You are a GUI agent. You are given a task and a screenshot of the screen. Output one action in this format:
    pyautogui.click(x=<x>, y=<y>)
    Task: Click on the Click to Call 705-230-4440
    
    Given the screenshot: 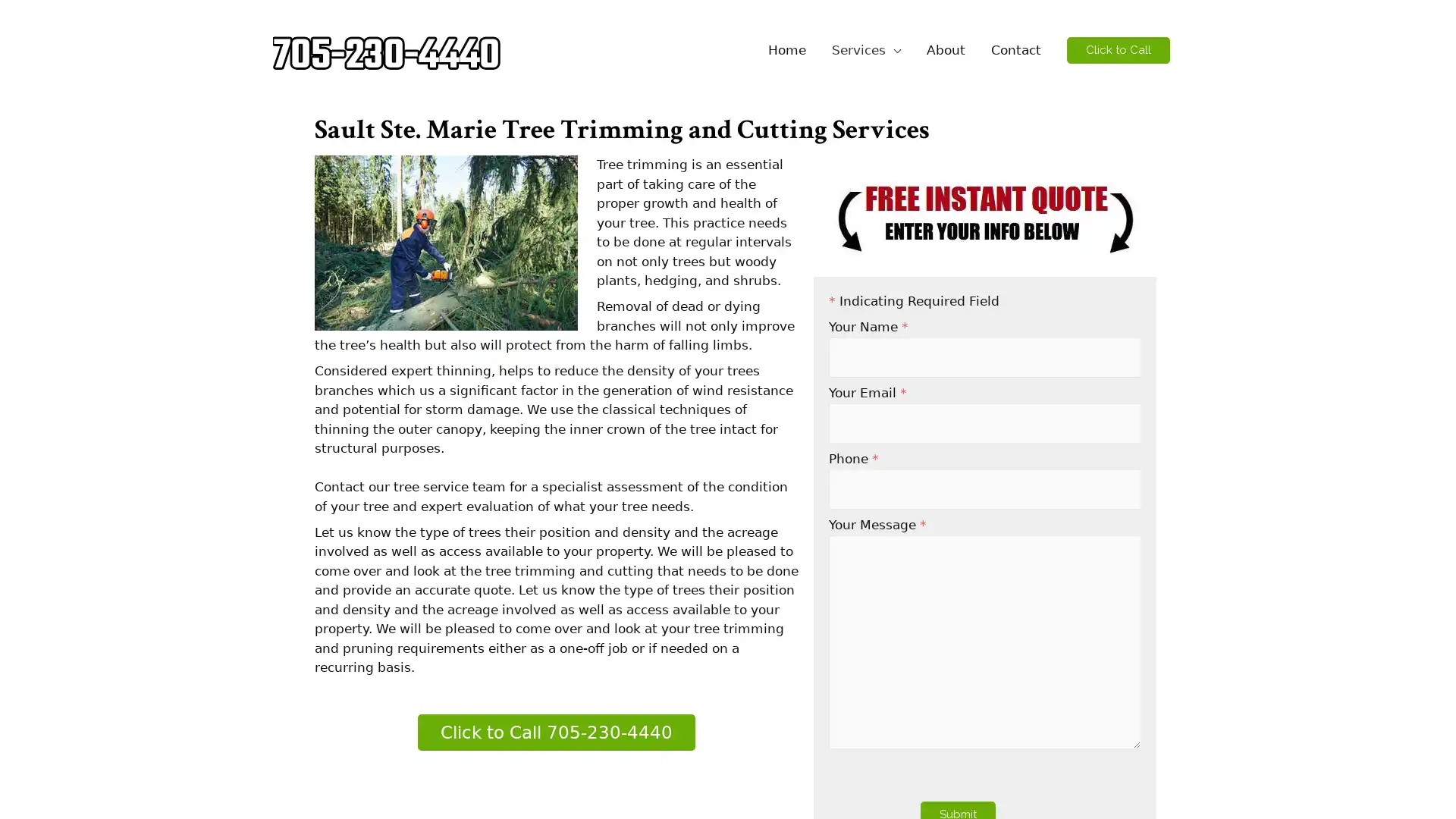 What is the action you would take?
    pyautogui.click(x=555, y=731)
    